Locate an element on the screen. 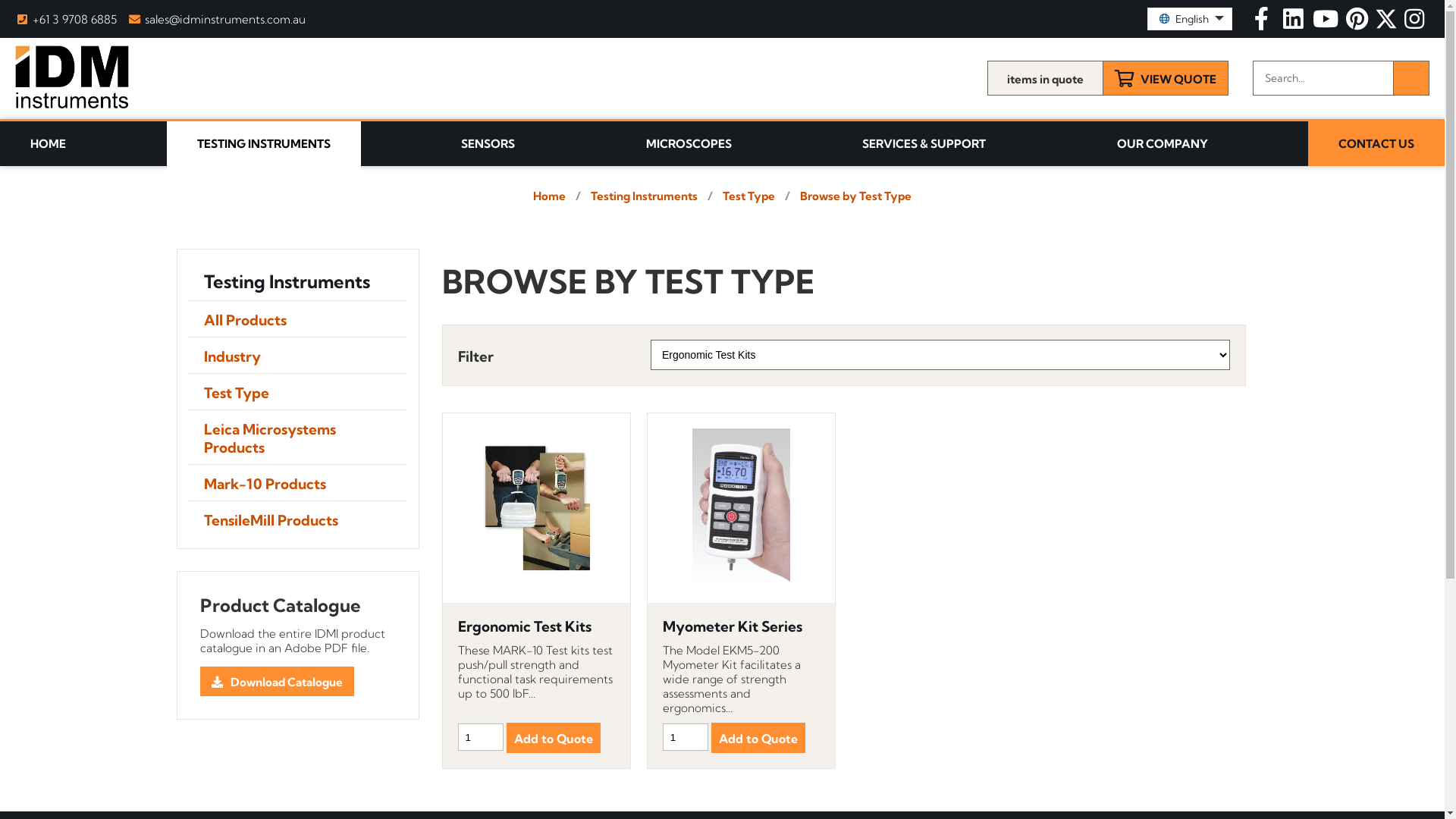  'VIEW QUOTE' is located at coordinates (1164, 78).